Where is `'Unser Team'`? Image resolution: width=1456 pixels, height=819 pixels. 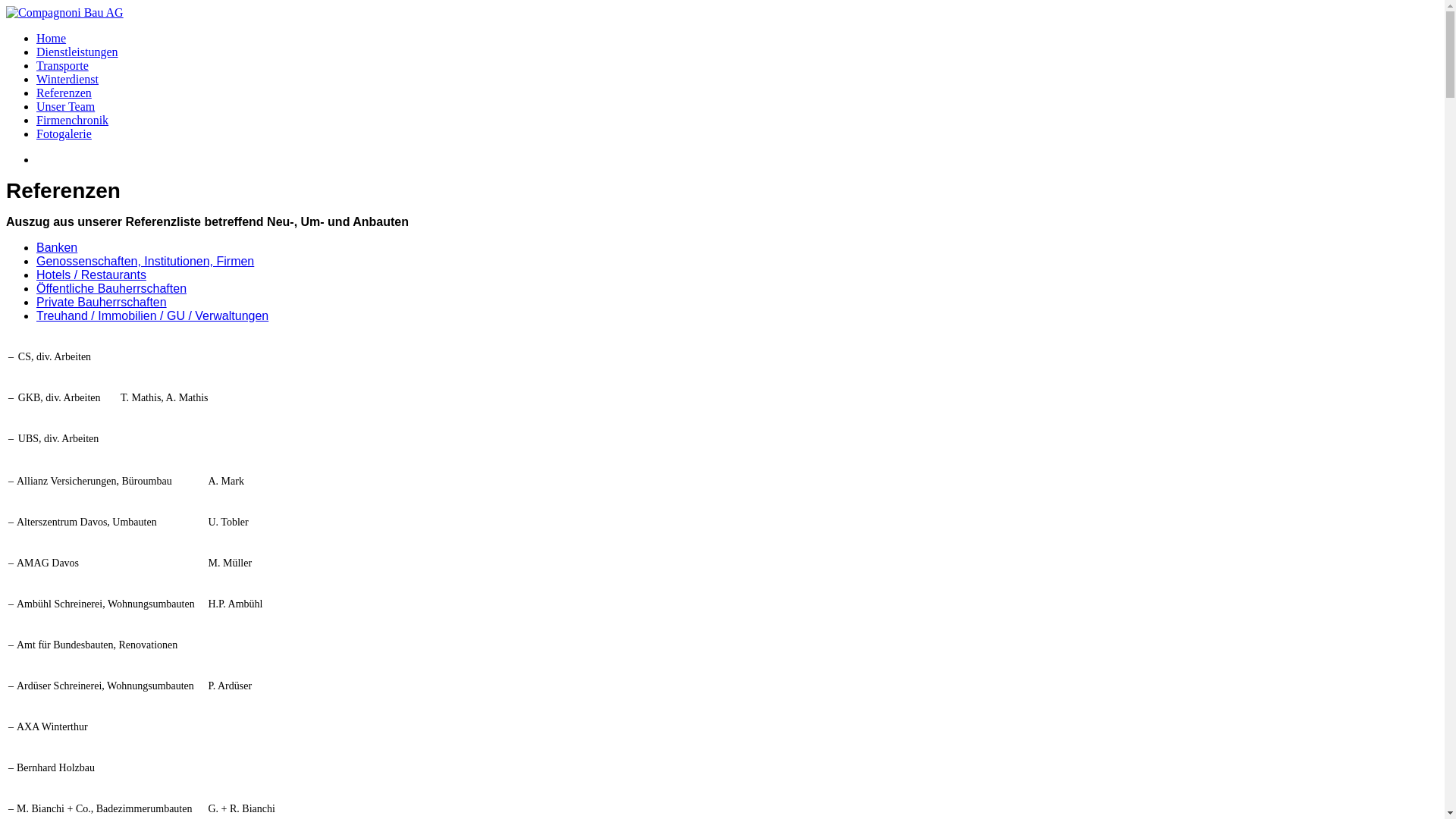 'Unser Team' is located at coordinates (64, 105).